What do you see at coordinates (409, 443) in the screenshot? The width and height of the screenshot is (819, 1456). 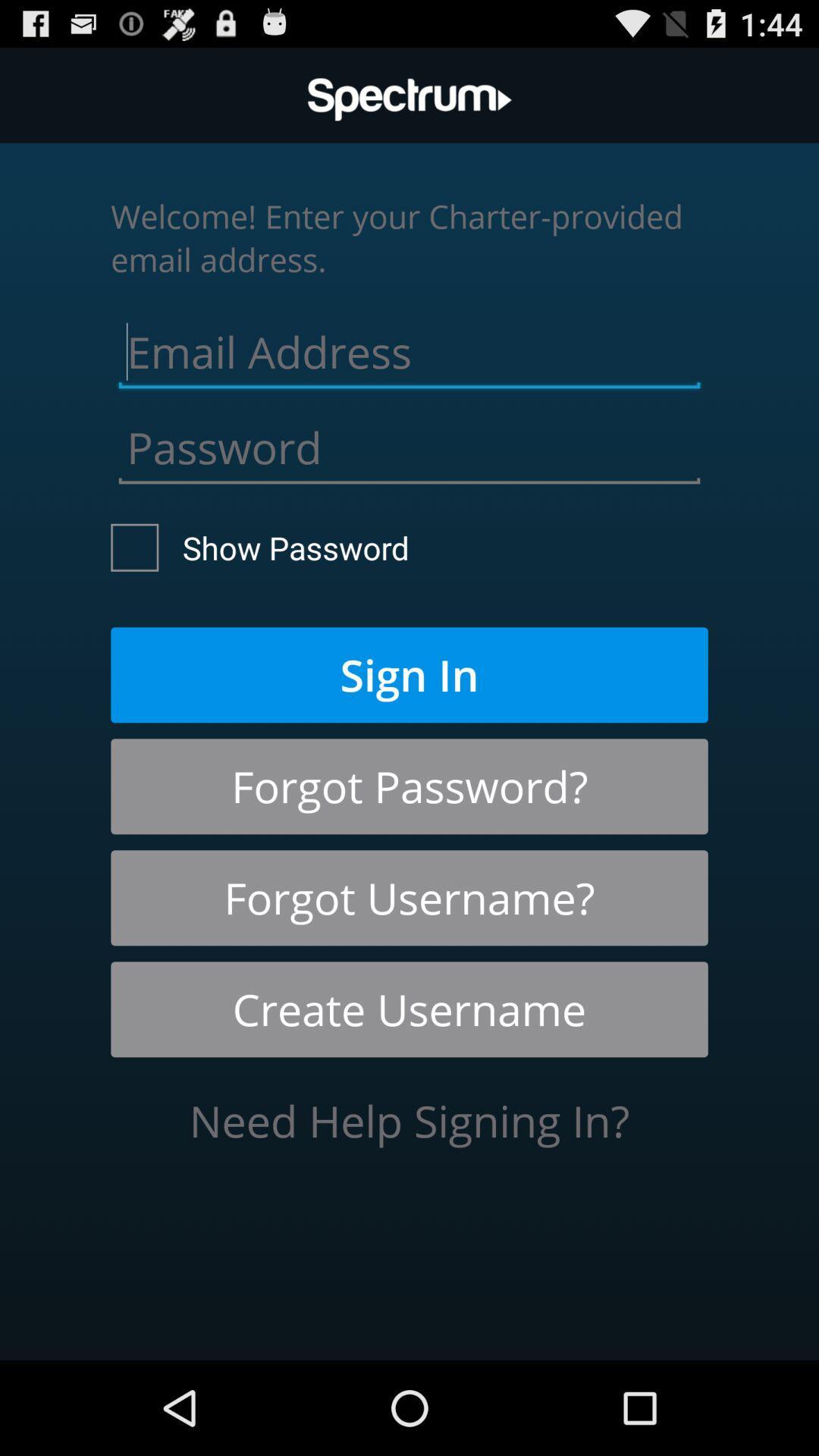 I see `password` at bounding box center [409, 443].